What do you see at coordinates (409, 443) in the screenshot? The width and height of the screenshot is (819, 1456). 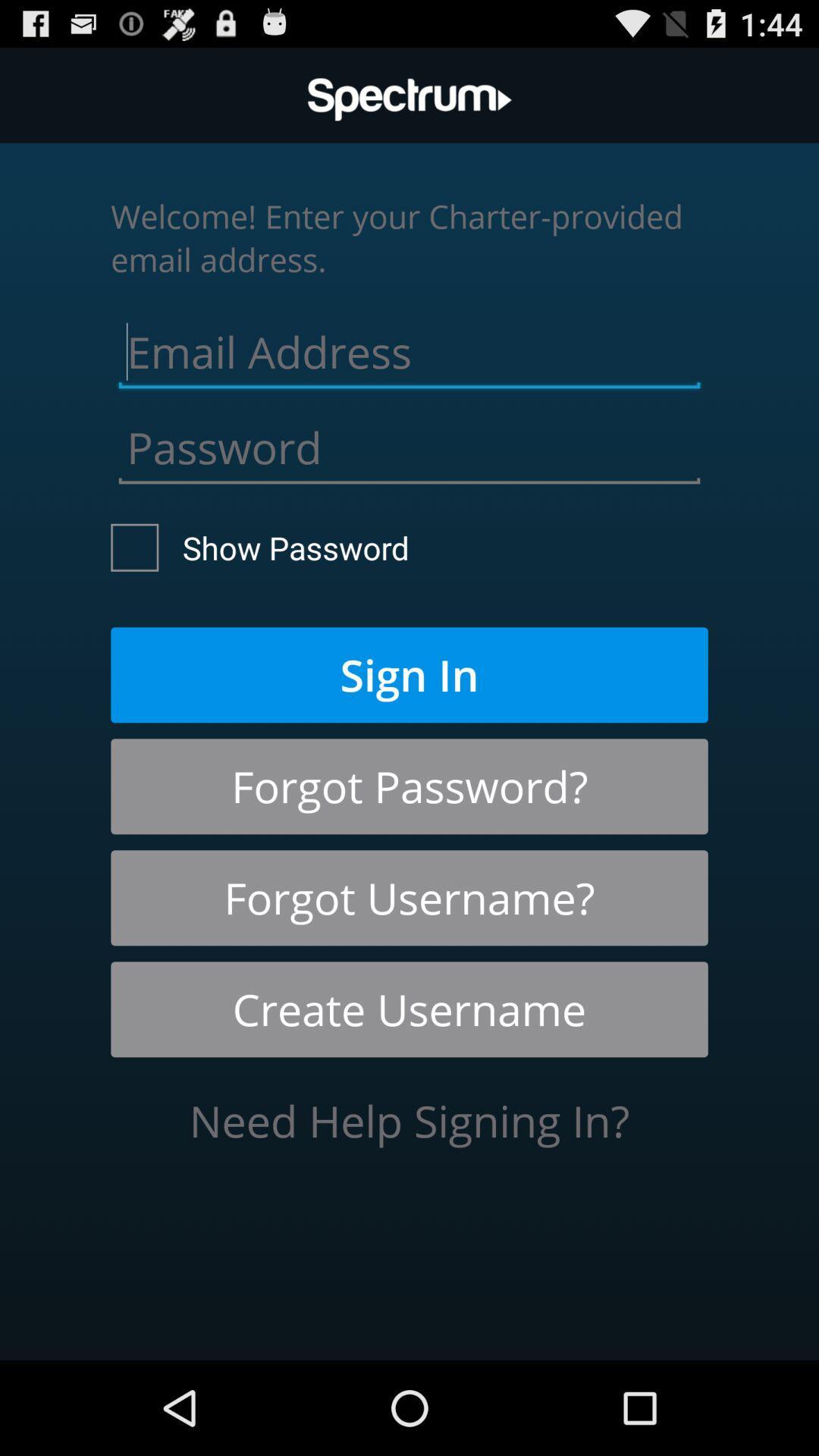 I see `password` at bounding box center [409, 443].